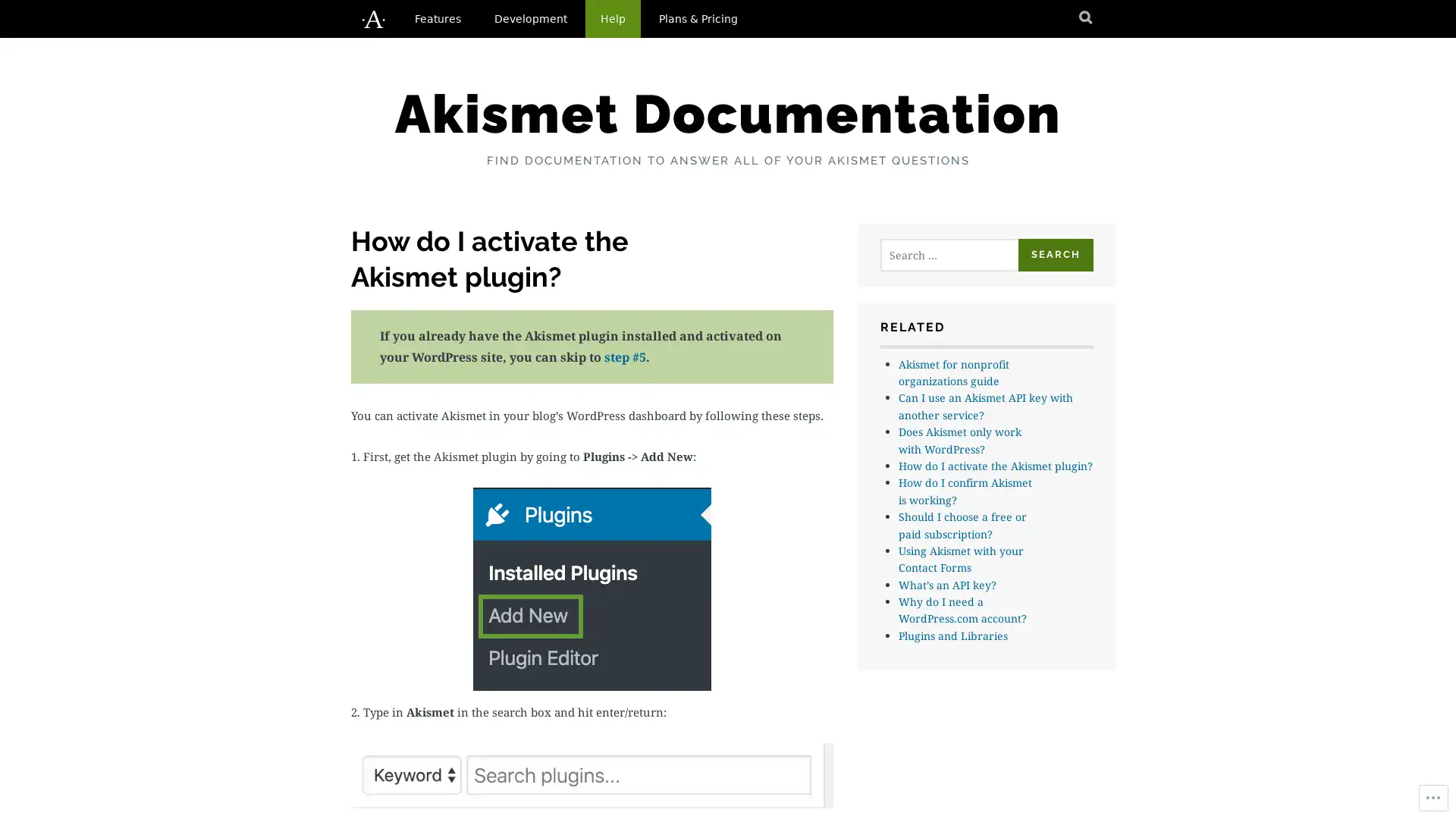 The width and height of the screenshot is (1456, 819). I want to click on Search, so click(1055, 254).